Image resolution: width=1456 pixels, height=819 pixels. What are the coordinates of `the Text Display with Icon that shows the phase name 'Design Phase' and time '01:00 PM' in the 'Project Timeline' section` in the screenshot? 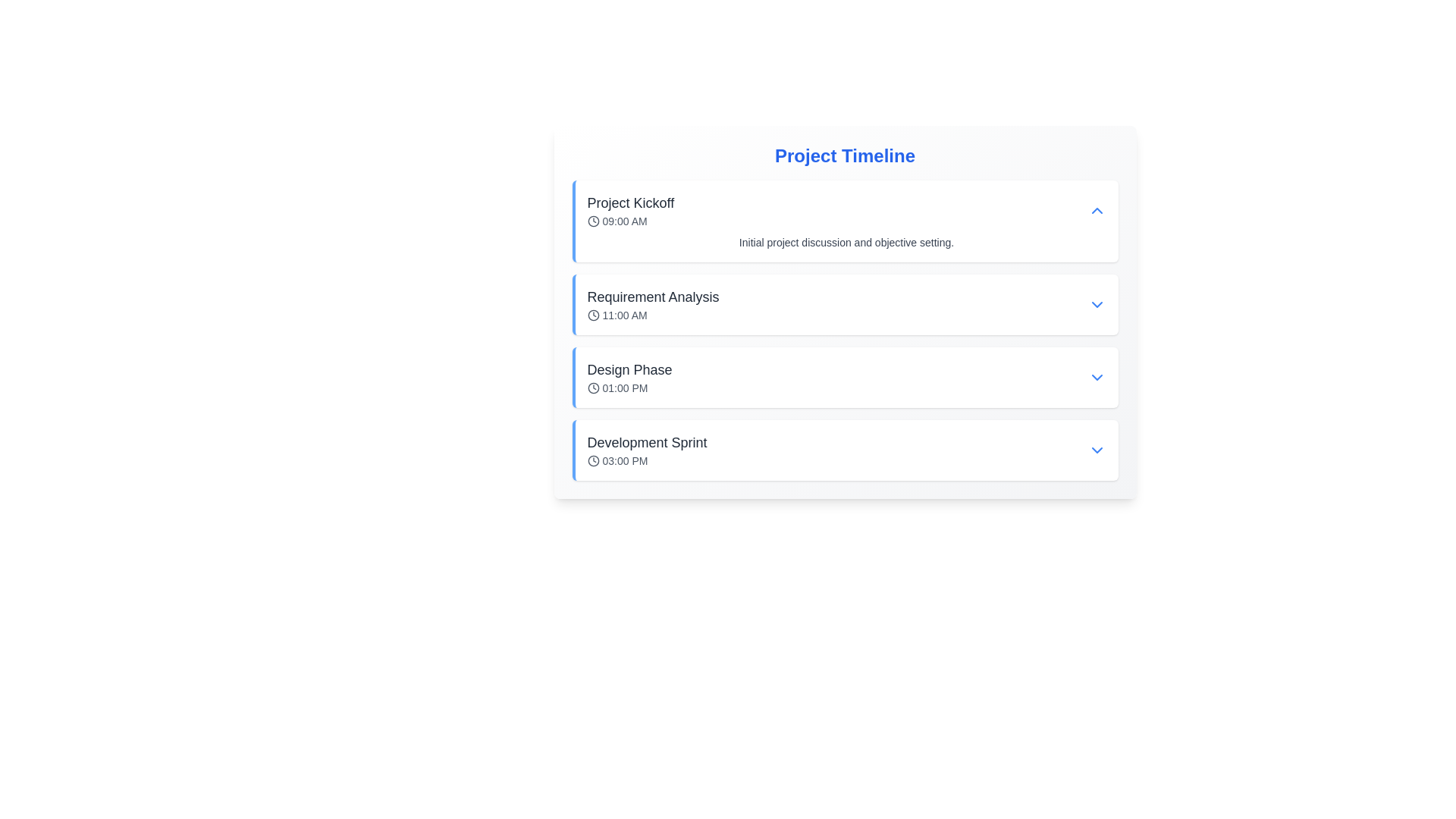 It's located at (629, 376).